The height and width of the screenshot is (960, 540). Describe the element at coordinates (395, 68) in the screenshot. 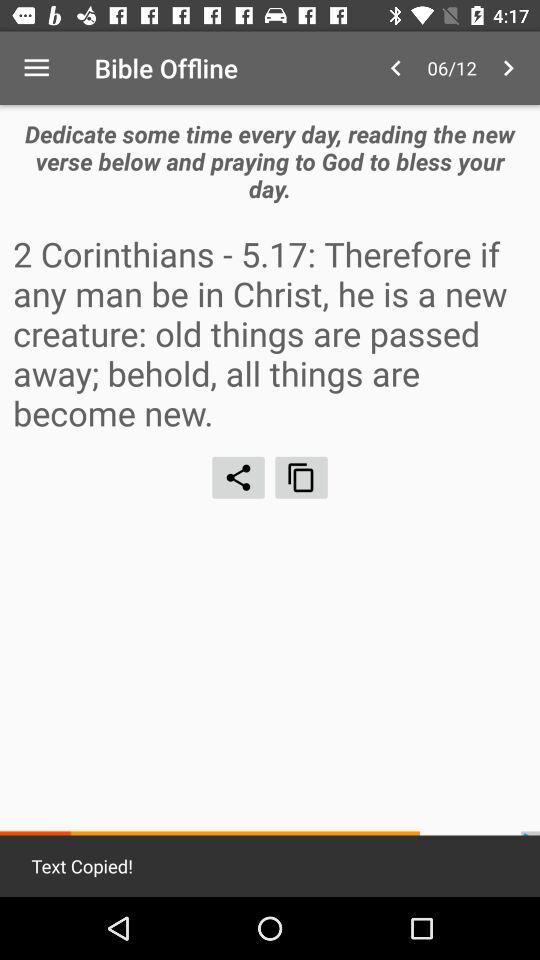

I see `item to the left of 06/12 icon` at that location.